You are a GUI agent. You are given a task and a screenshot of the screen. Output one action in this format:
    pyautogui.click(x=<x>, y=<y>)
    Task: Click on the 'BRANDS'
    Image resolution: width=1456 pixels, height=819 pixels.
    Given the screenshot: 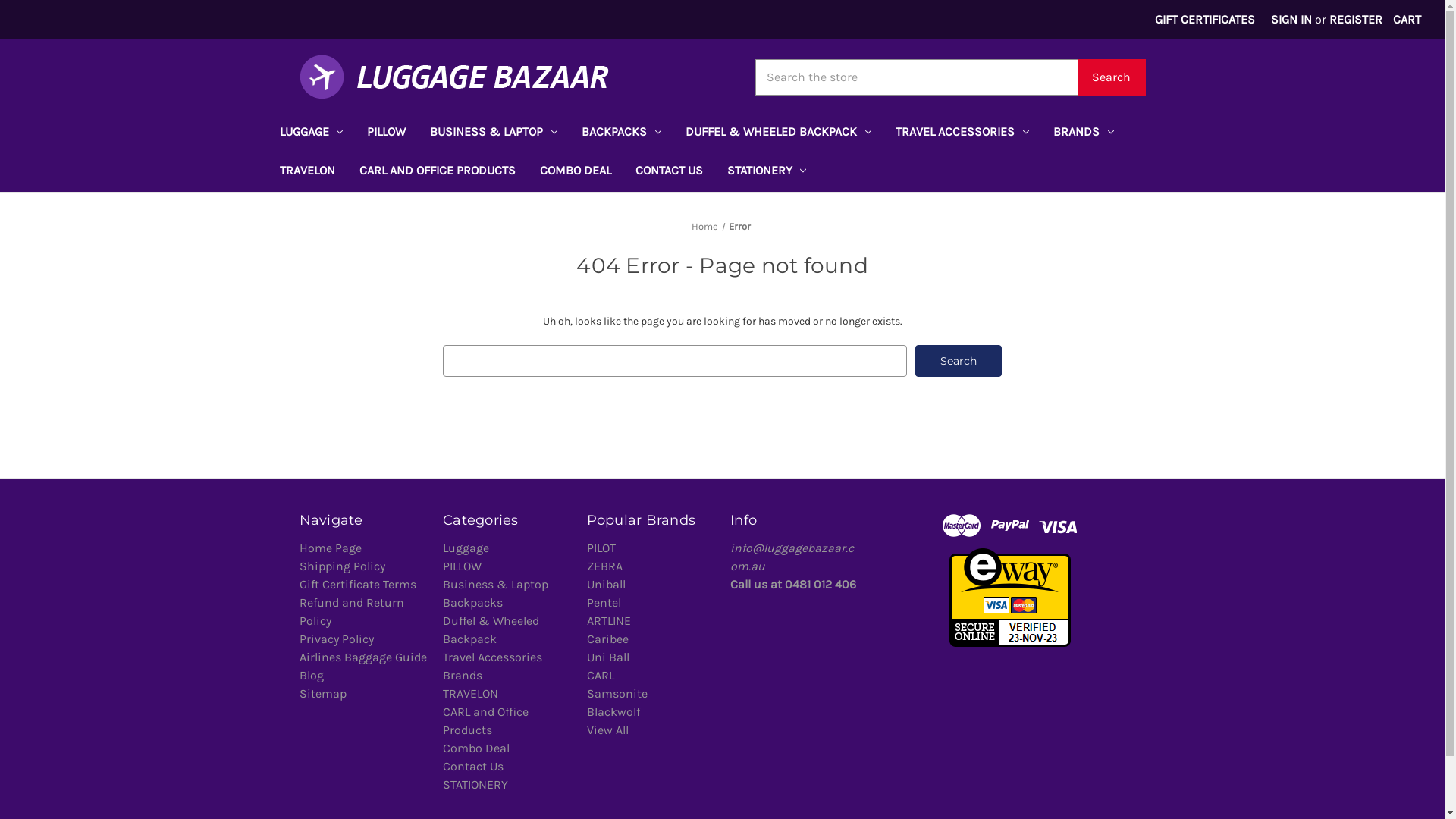 What is the action you would take?
    pyautogui.click(x=1083, y=133)
    